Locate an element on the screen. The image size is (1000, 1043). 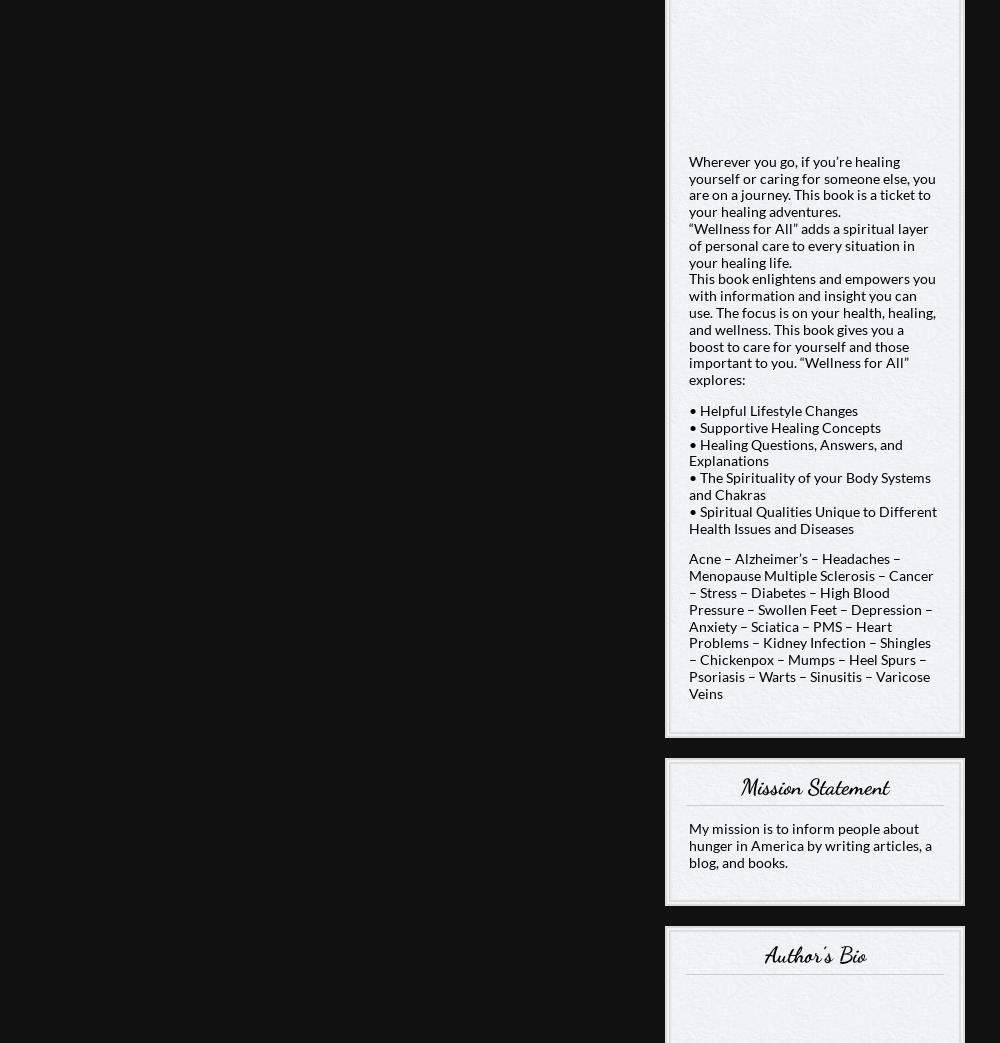
'“Wellness for All” adds a spiritual layer of personal care to every situation in your healing life.' is located at coordinates (808, 245).